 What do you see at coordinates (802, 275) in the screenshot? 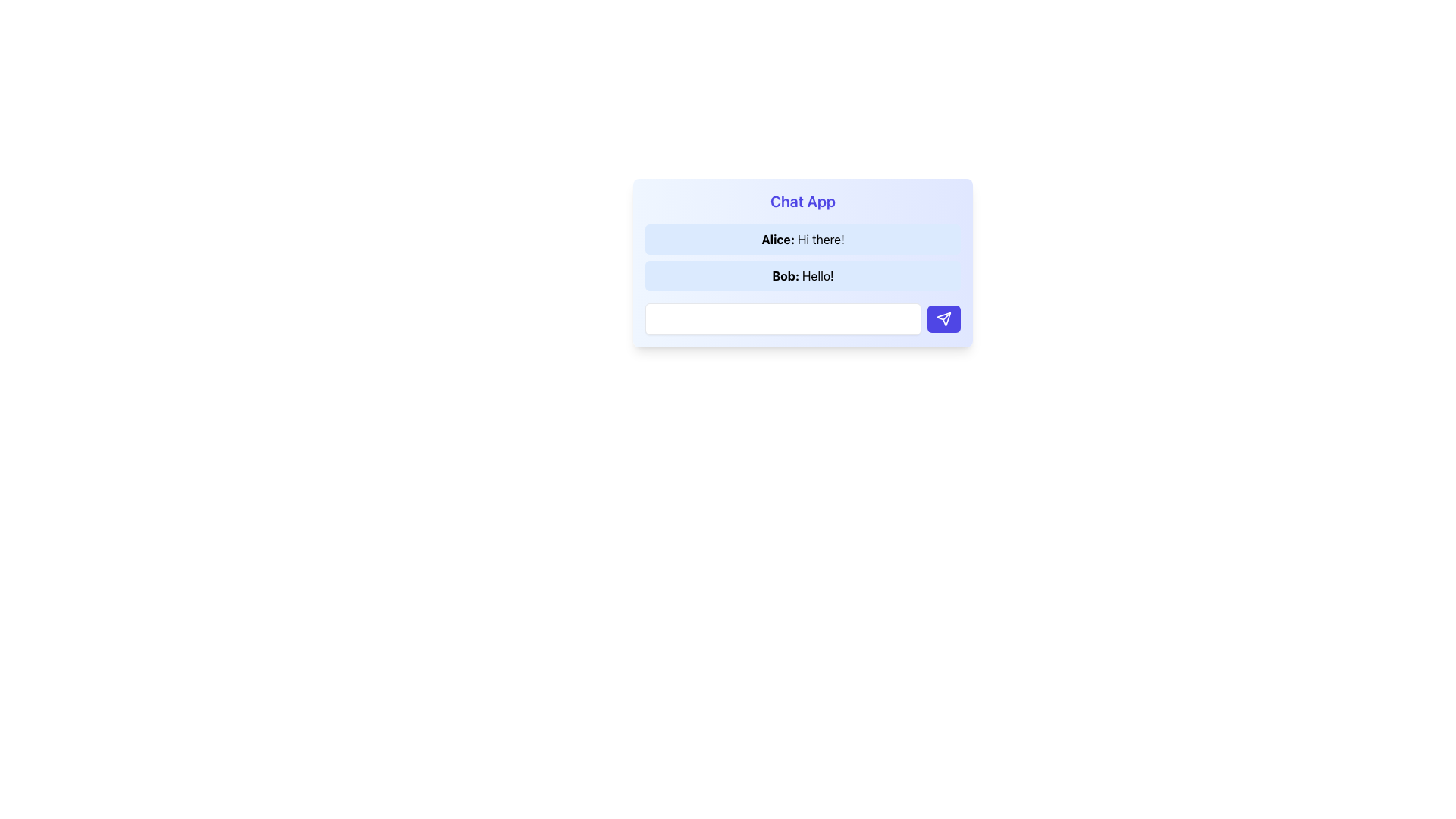
I see `the chat bubble containing the message 'Bob: Hello!' with a light blue background, located below the previous message 'Alice: Hi there!'` at bounding box center [802, 275].